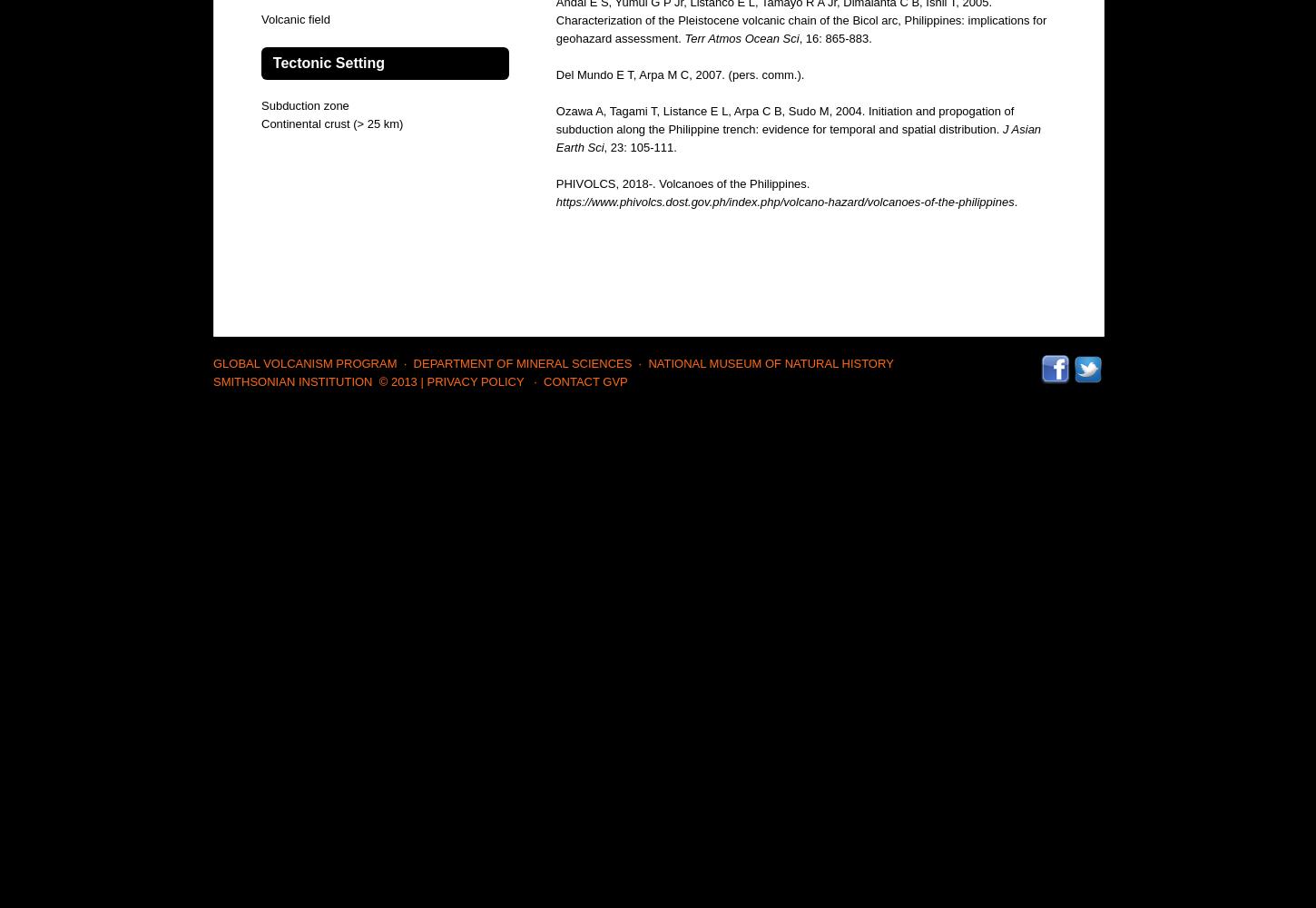 This screenshot has height=908, width=1316. What do you see at coordinates (584, 381) in the screenshot?
I see `'Contact GVP'` at bounding box center [584, 381].